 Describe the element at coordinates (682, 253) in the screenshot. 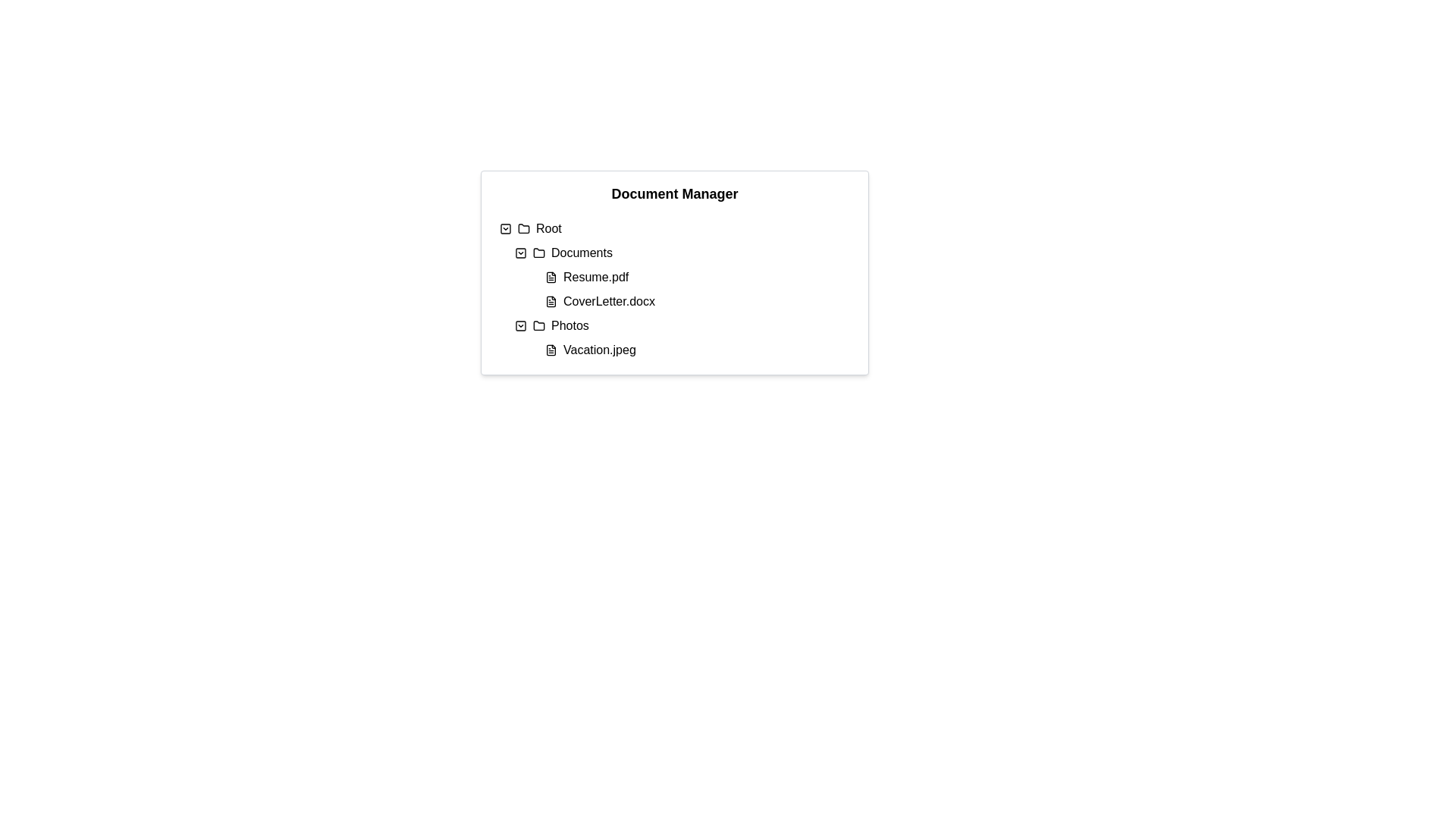

I see `the Interactive folder node` at that location.